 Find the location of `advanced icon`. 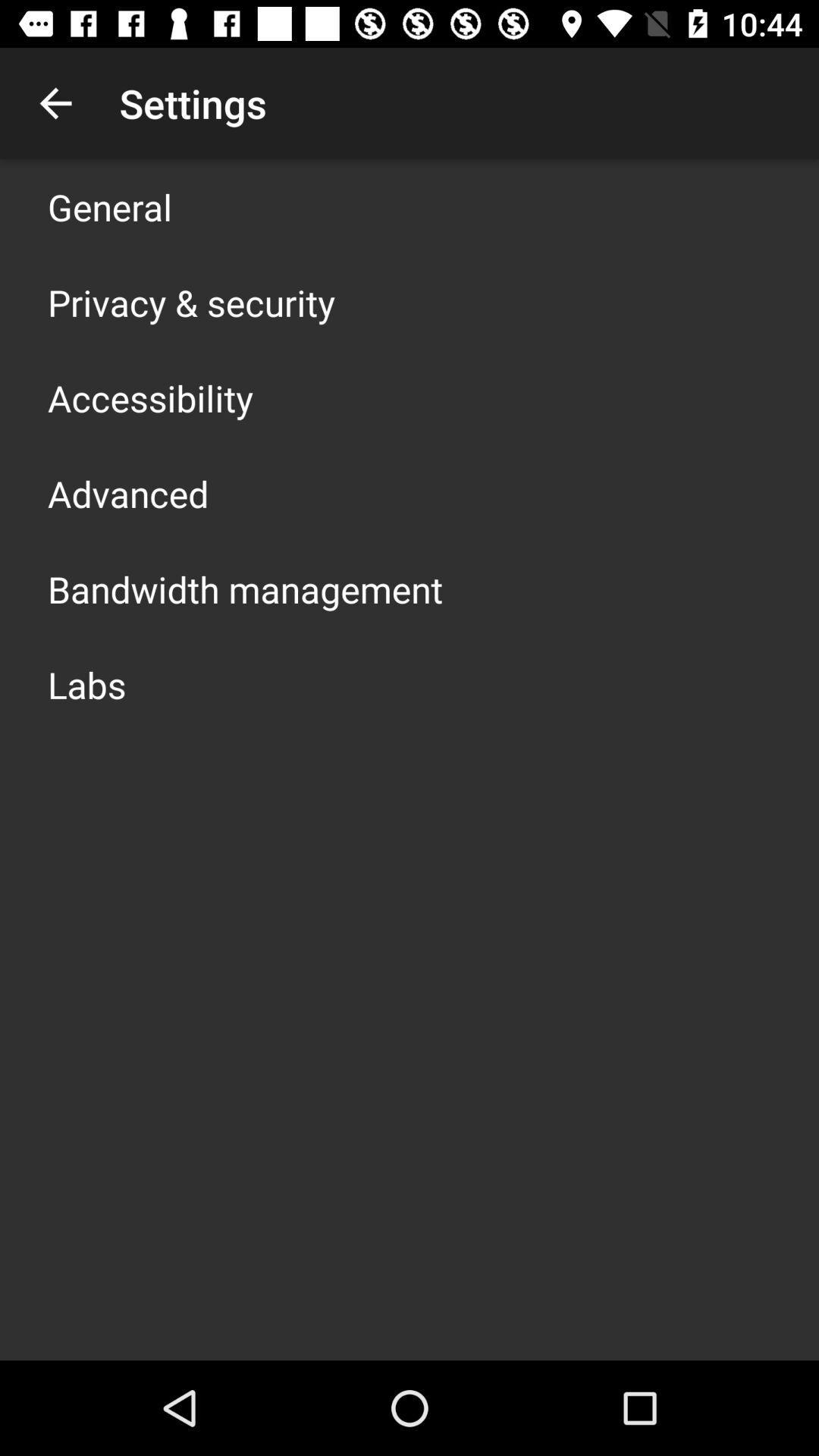

advanced icon is located at coordinates (127, 494).